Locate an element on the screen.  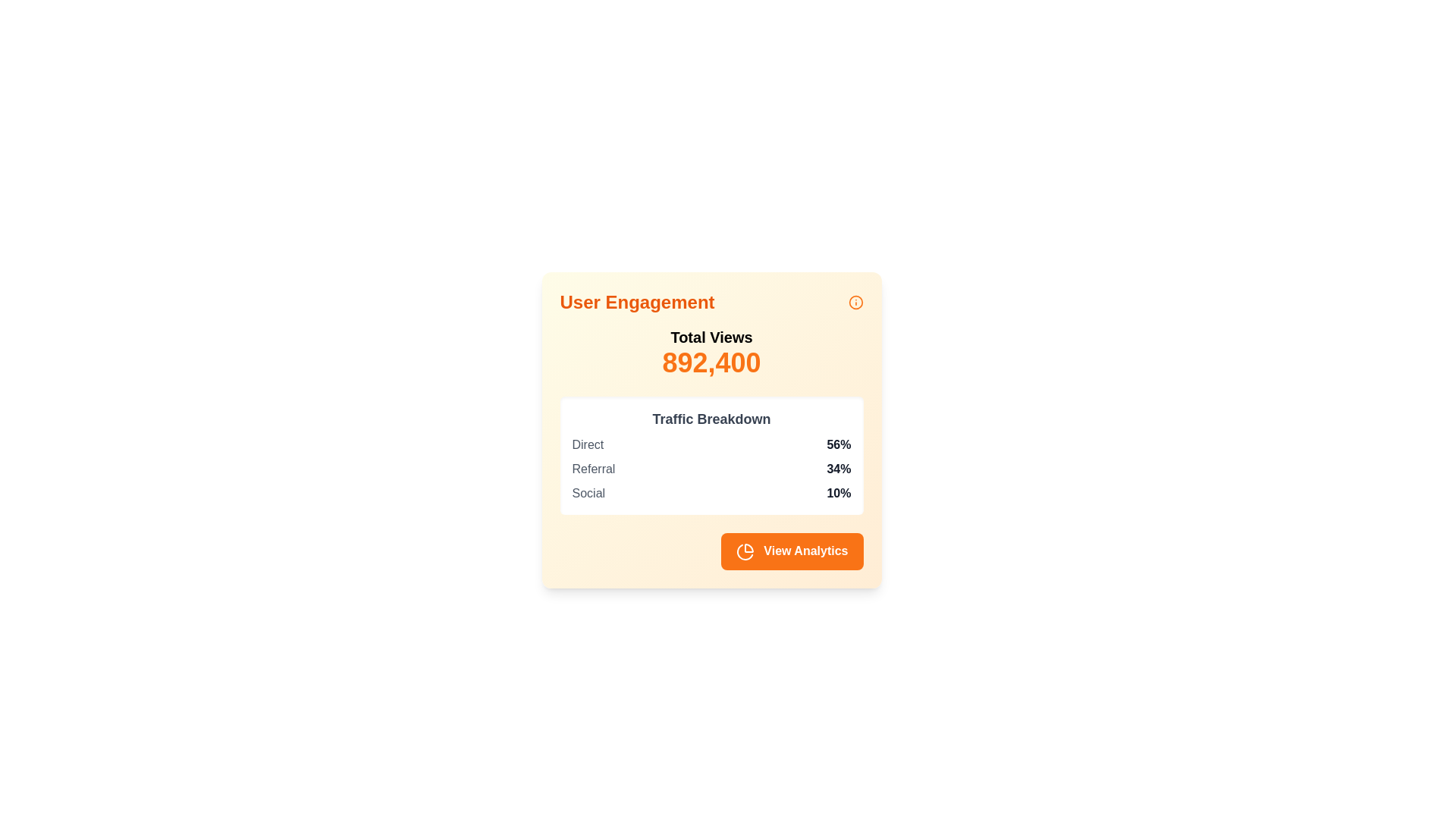
the 'Total Views' statistical display element, which features a bold title and a large orange numerical value, located below the 'User Engagement' title and above the 'Traffic Breakdown' section is located at coordinates (711, 353).